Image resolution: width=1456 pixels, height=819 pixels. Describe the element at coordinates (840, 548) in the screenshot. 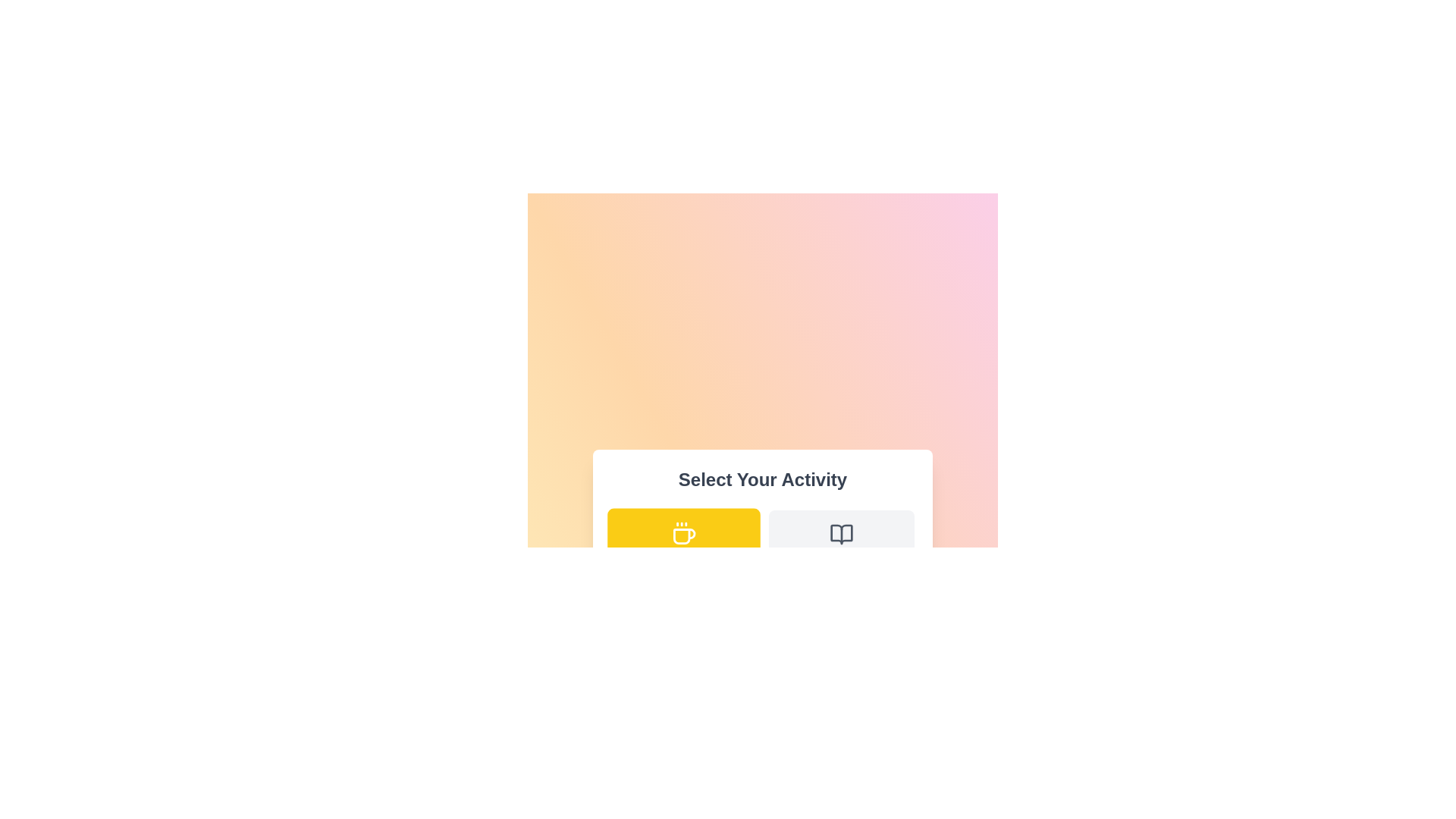

I see `the 'Reading' button styled as a tile or card located in the upper-right corner of the grid layout` at that location.